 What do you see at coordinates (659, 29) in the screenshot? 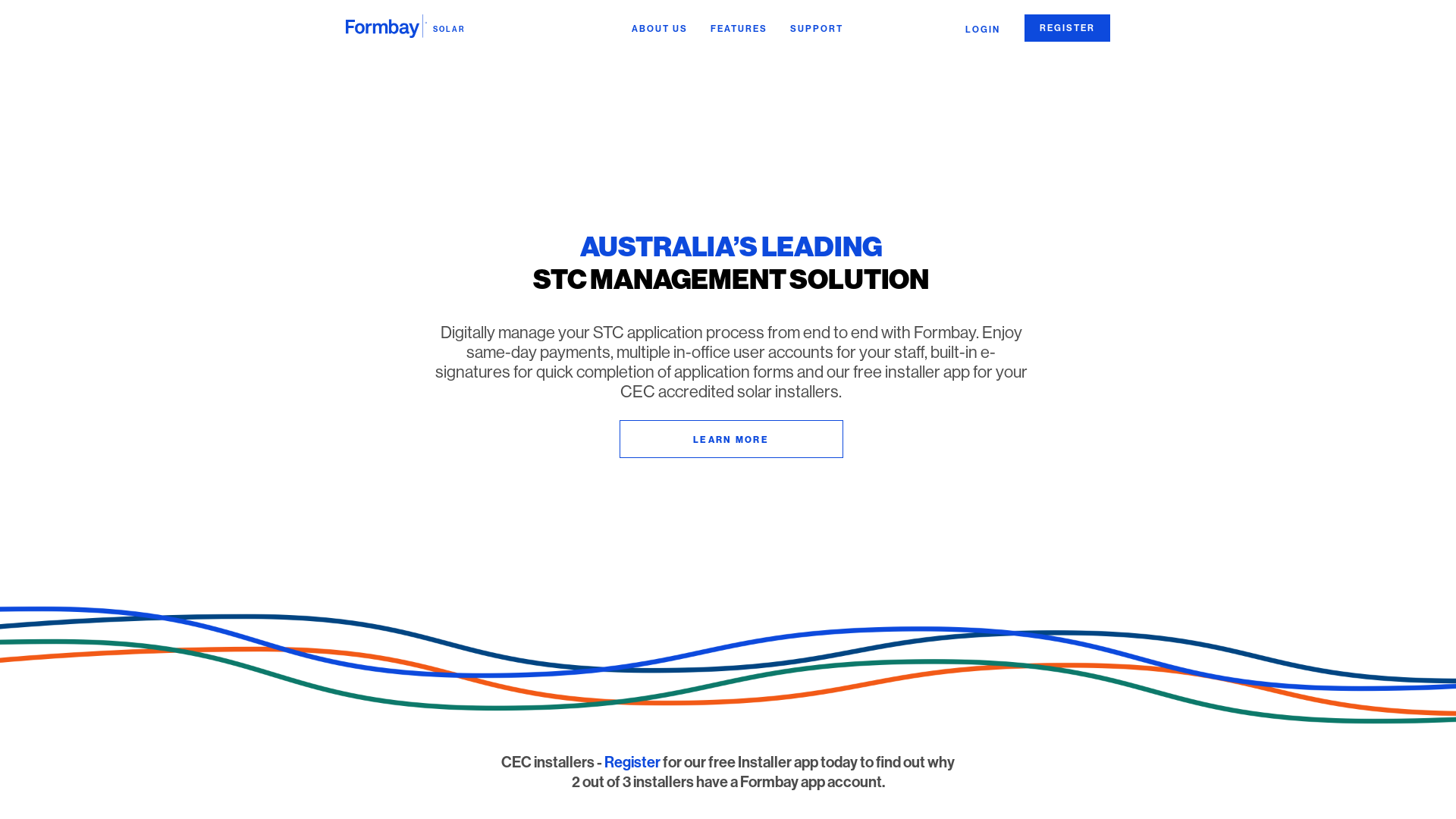
I see `'ABOUT US'` at bounding box center [659, 29].